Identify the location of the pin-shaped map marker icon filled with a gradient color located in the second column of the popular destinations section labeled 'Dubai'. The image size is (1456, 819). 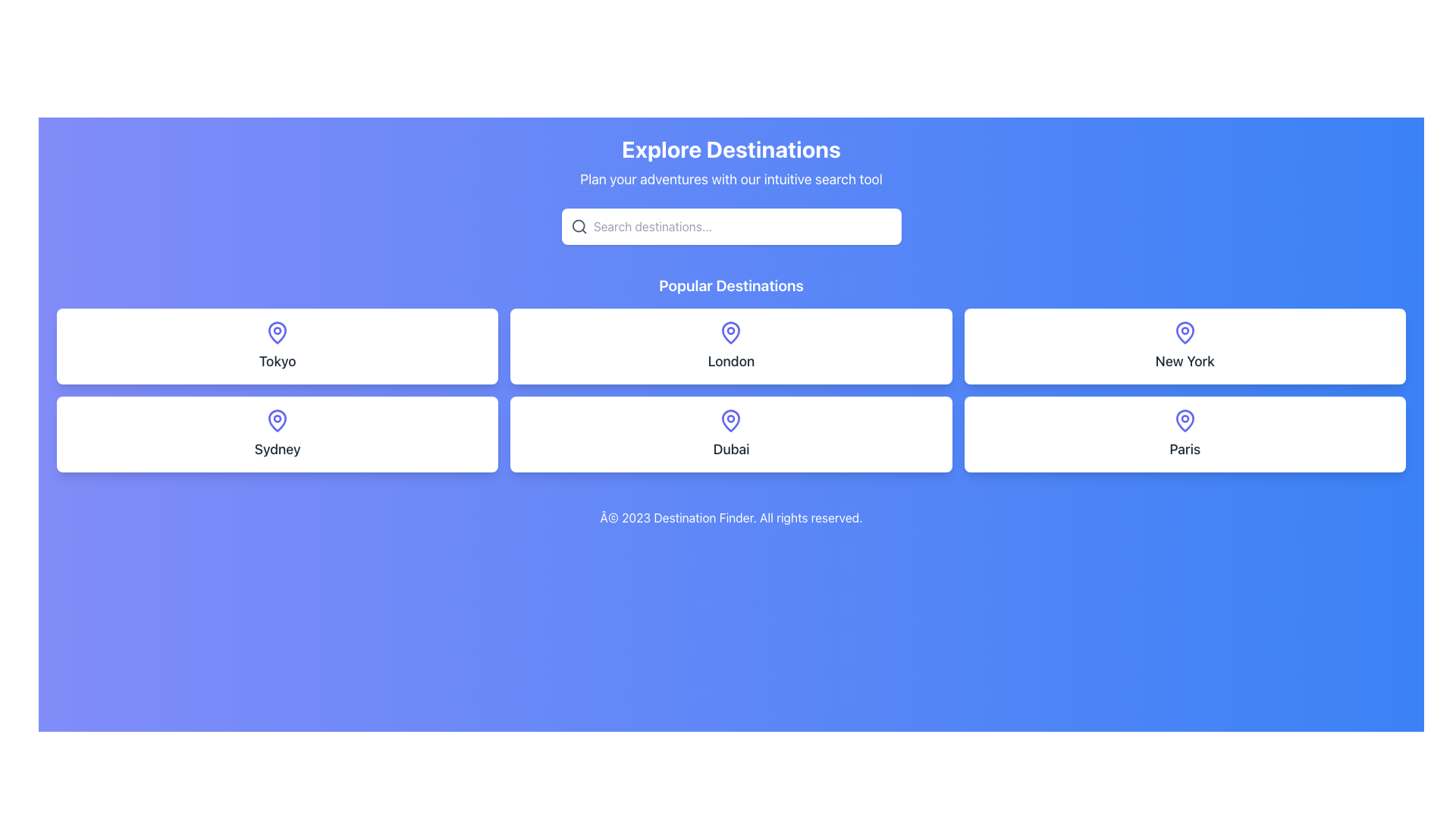
(731, 421).